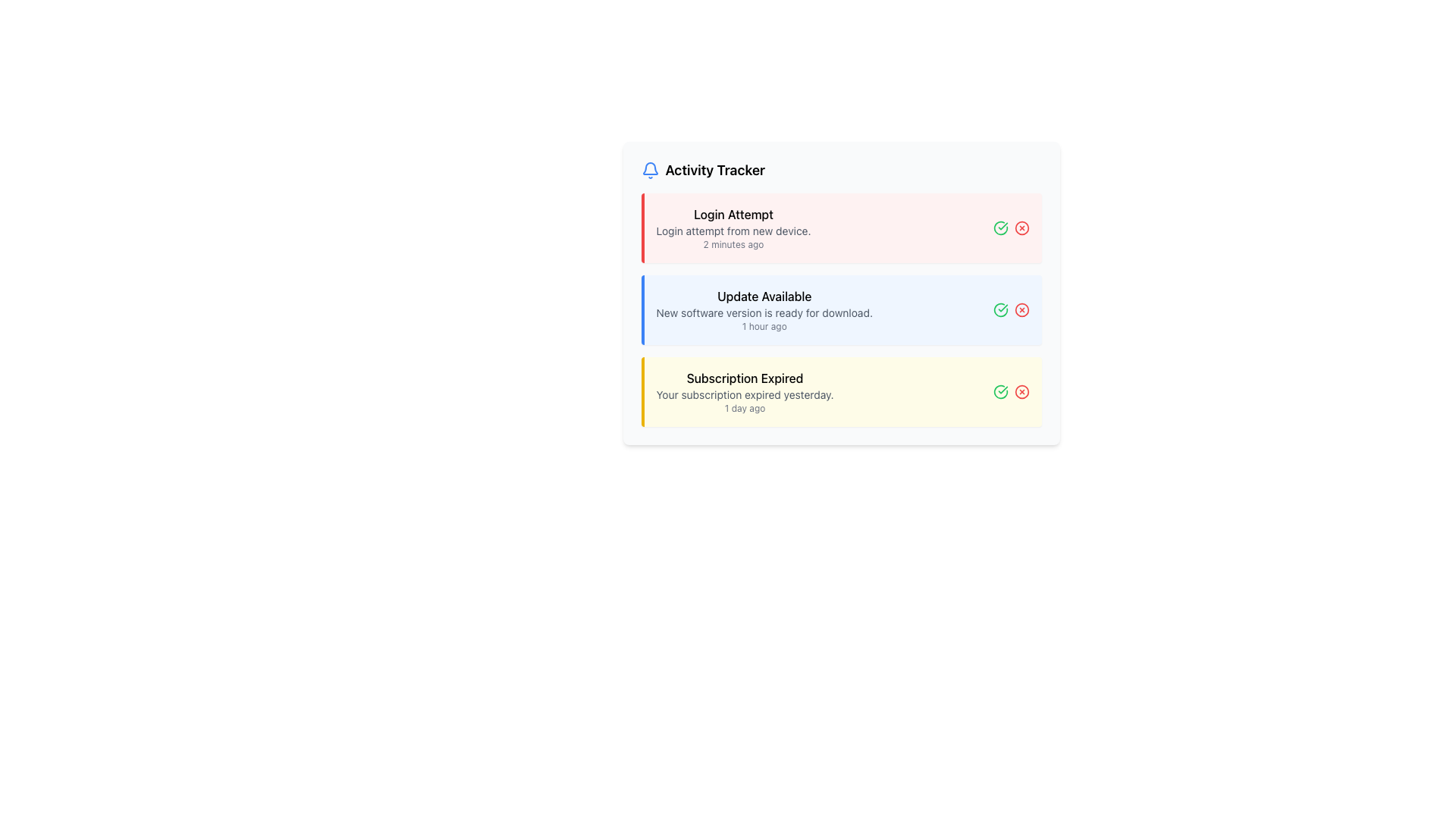 Image resolution: width=1456 pixels, height=819 pixels. Describe the element at coordinates (1011, 391) in the screenshot. I see `the green checkmark icon in the action button group located at the bottom of the 'Subscription Expired' notification box to confirm the action` at that location.